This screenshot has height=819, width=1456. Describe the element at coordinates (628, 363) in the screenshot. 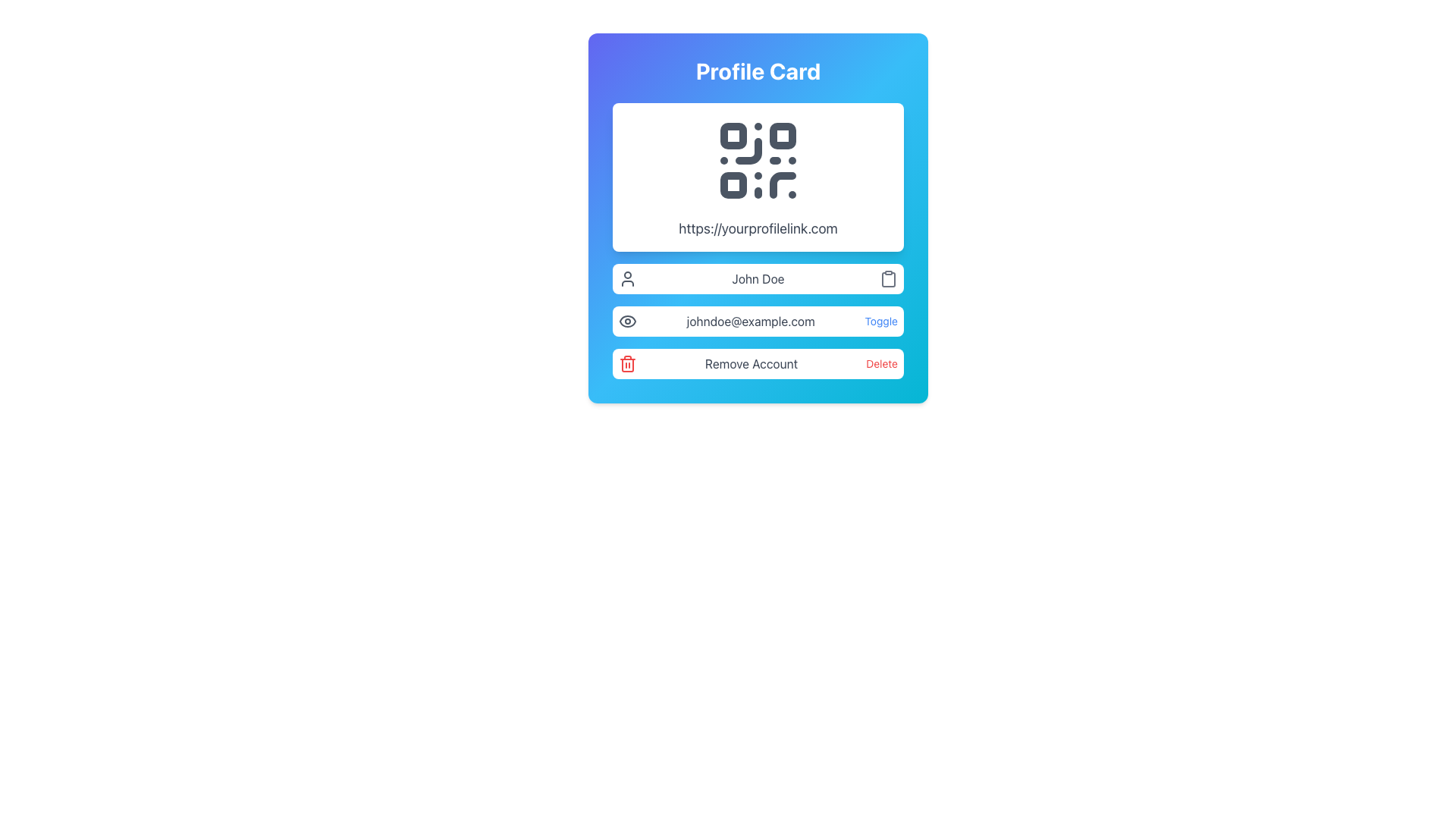

I see `the visual representation of the trash can icon, which is red and indicates a delete action, located in the 'Remove Account' section` at that location.